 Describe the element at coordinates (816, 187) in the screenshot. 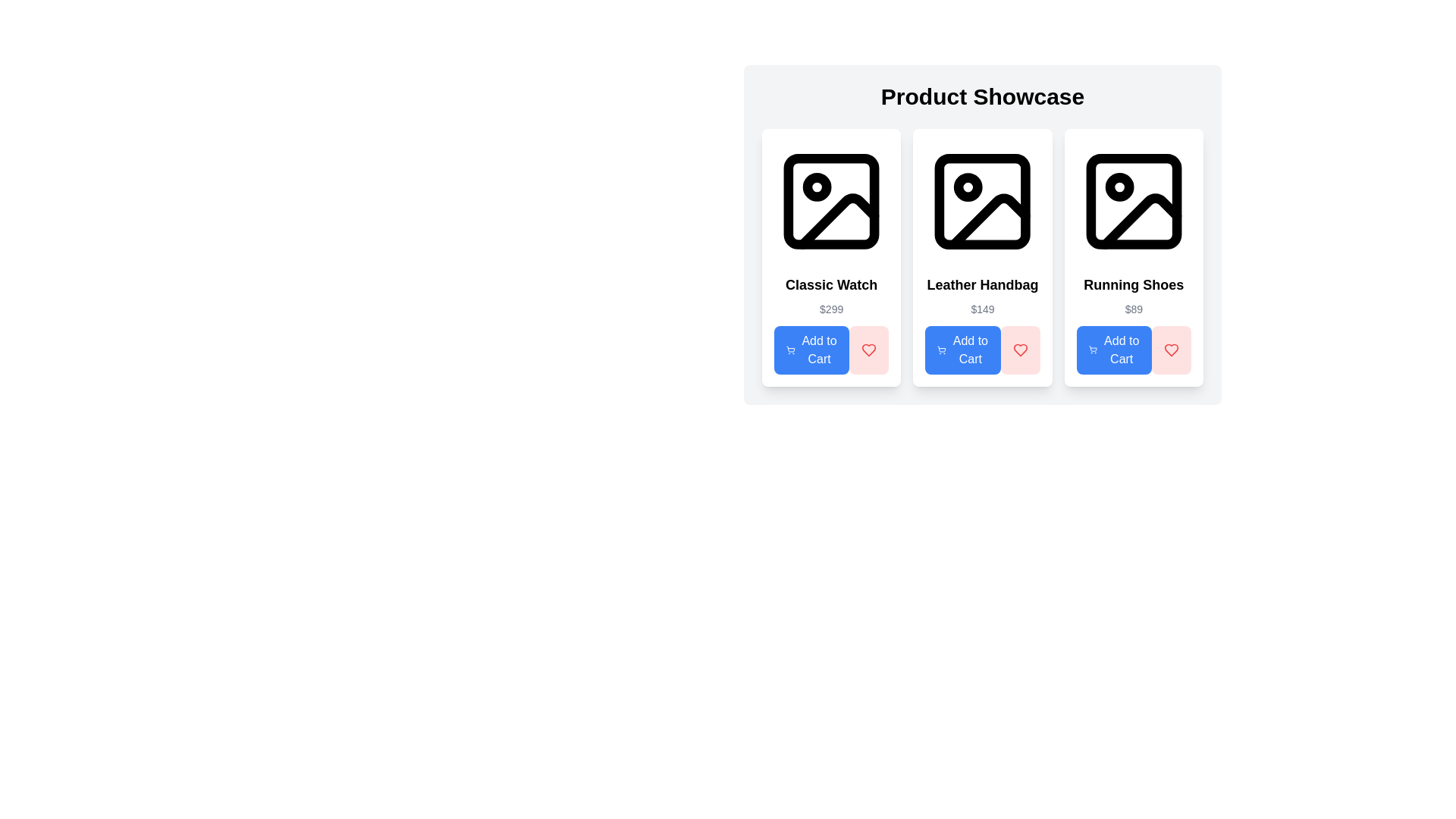

I see `the small circular dot within the image icon of the 'Classic Watch' product in the 'Product Showcase' section` at that location.